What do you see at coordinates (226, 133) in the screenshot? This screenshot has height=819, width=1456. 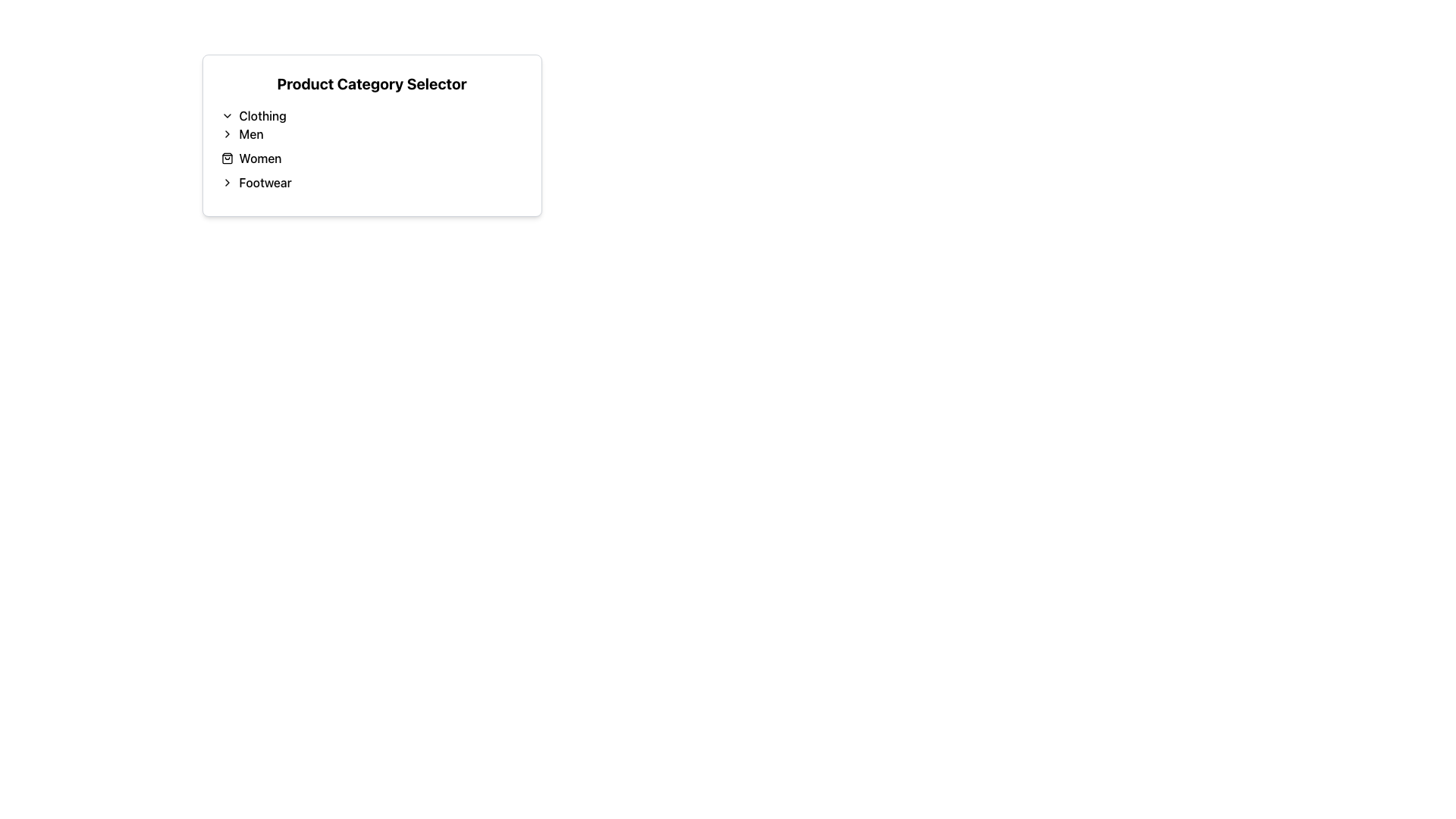 I see `the chevron right icon located to the left of the text 'Men' in the product category selector under the 'Clothing' label` at bounding box center [226, 133].